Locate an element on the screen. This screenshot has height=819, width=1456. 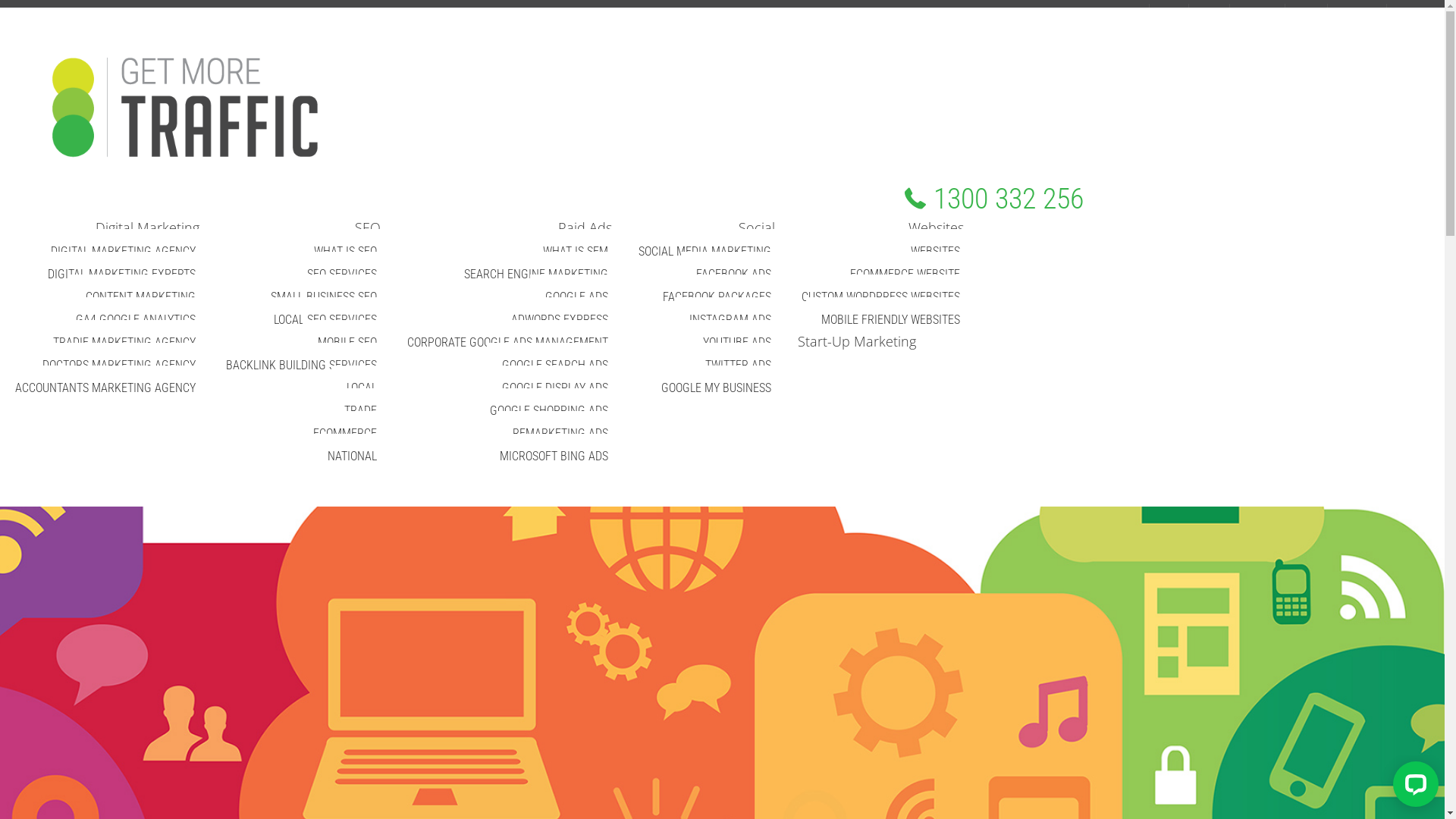
'TRADE' is located at coordinates (359, 410).